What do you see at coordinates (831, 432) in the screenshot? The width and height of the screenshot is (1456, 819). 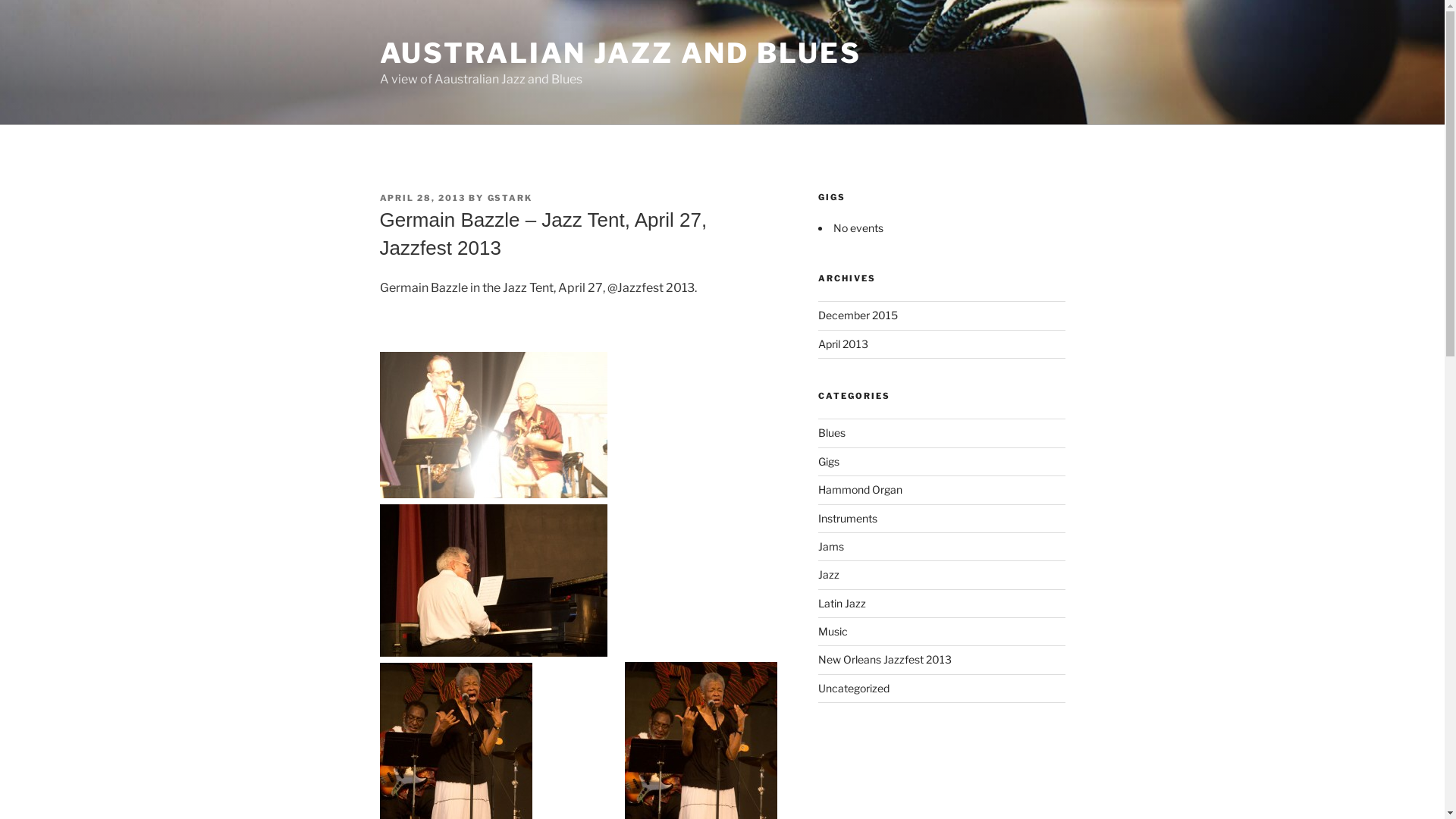 I see `'Blues'` at bounding box center [831, 432].